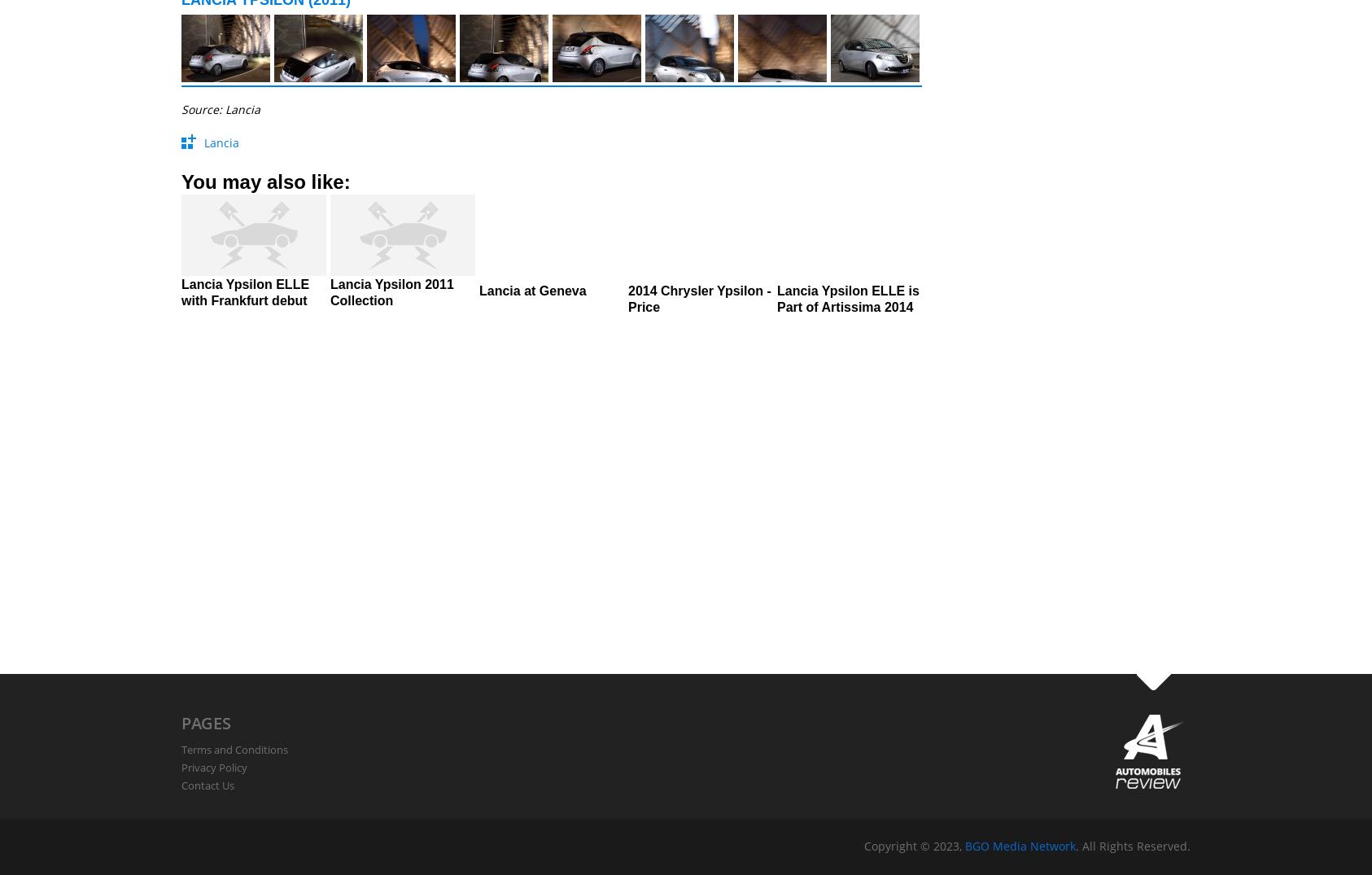  Describe the element at coordinates (864, 846) in the screenshot. I see `'Copyright © 2023,'` at that location.